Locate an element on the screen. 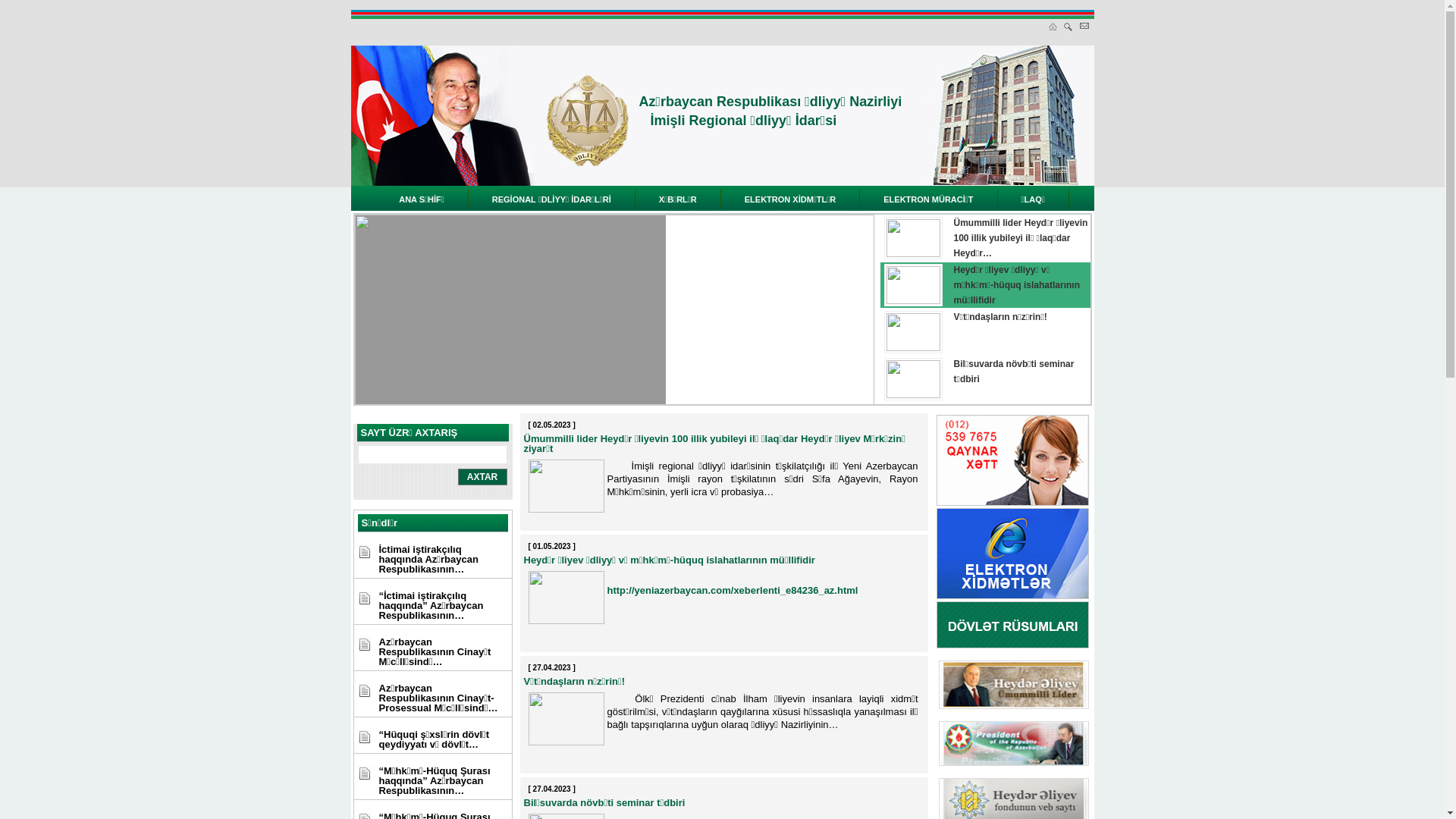  'http://yeniazerbaycan.com/xeberlenti_e84236_az.html' is located at coordinates (732, 589).